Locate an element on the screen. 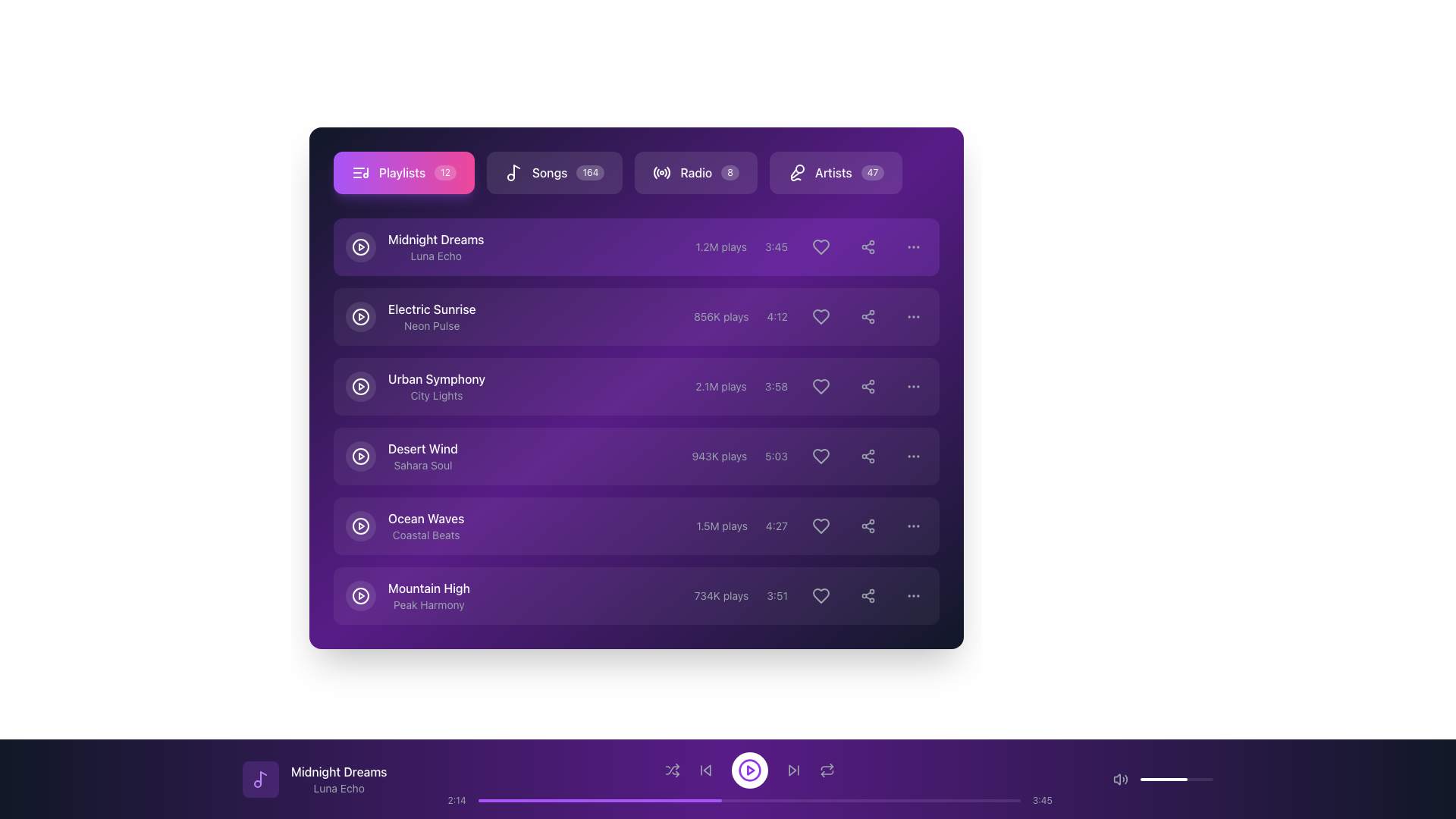 The image size is (1456, 819). the 'Songs' button, which is a rectangular button with a dark translucent background, containing a musical note icon and the text 'Songs' in white, located in the horizontal menu bar near the top of the interface is located at coordinates (554, 171).